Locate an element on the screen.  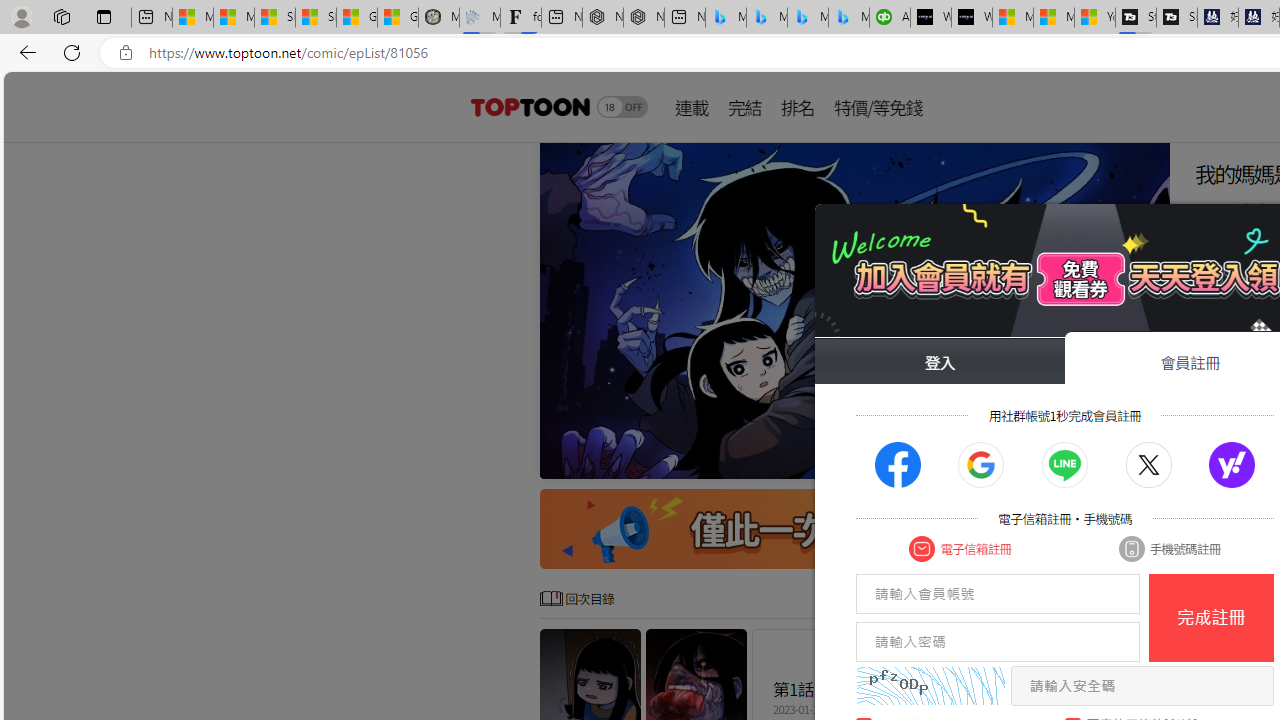
'Accounting Software for Accountants, CPAs and Bookkeepers' is located at coordinates (889, 17).